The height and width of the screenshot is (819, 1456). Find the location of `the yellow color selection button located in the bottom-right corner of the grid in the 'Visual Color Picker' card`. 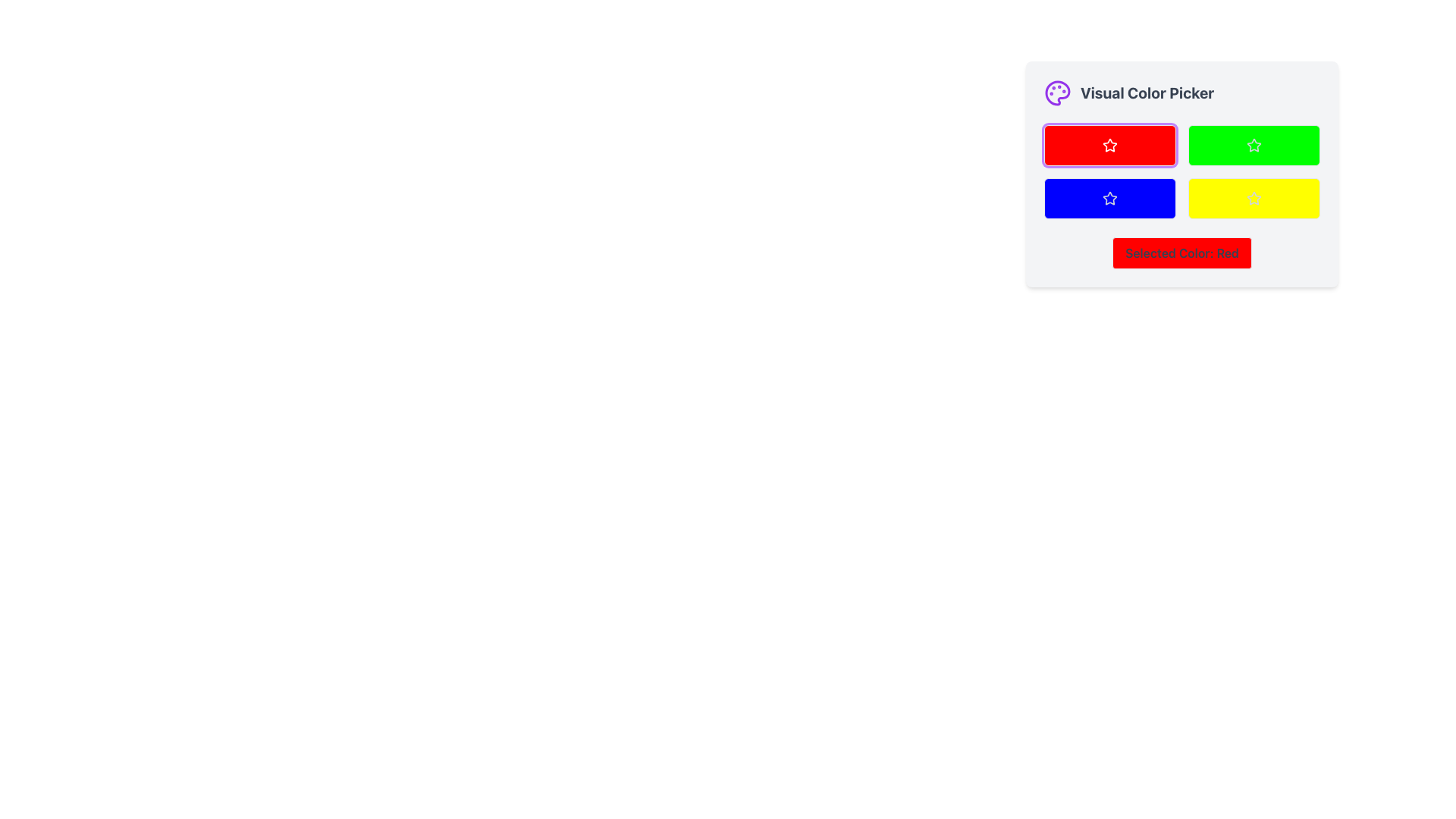

the yellow color selection button located in the bottom-right corner of the grid in the 'Visual Color Picker' card is located at coordinates (1254, 198).